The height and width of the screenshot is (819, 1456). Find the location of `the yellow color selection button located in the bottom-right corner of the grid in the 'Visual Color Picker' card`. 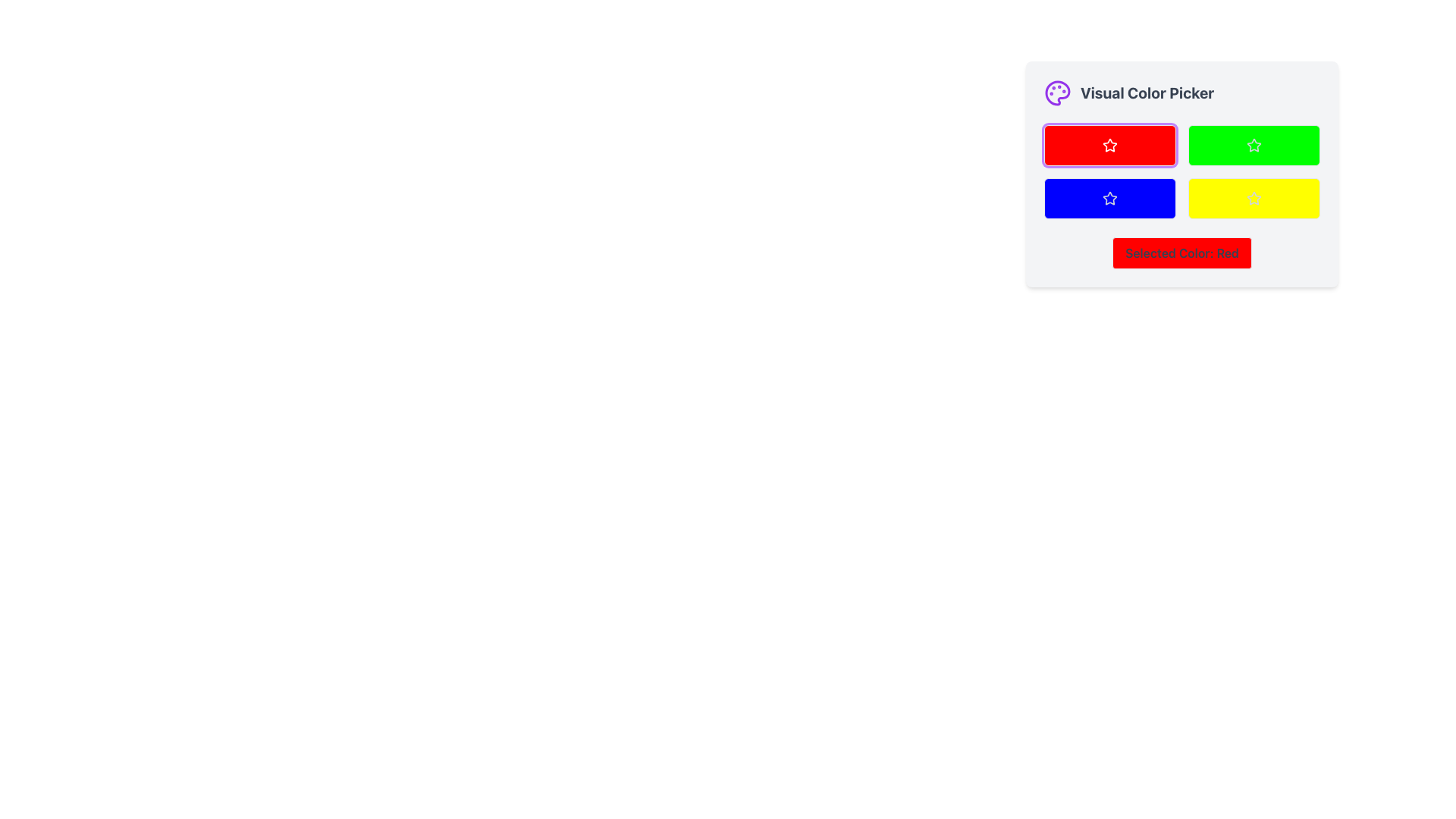

the yellow color selection button located in the bottom-right corner of the grid in the 'Visual Color Picker' card is located at coordinates (1254, 198).